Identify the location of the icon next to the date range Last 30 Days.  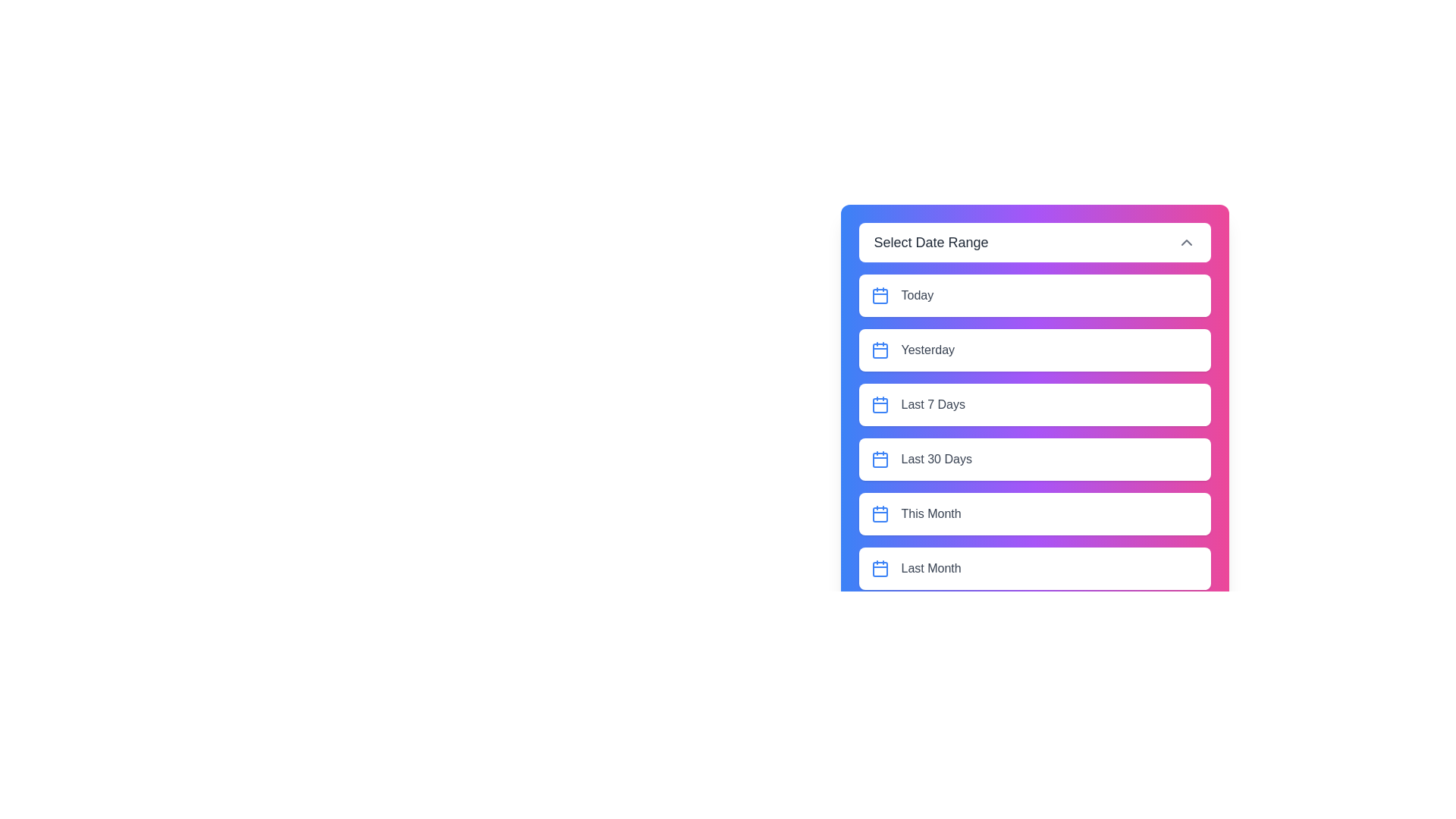
(880, 458).